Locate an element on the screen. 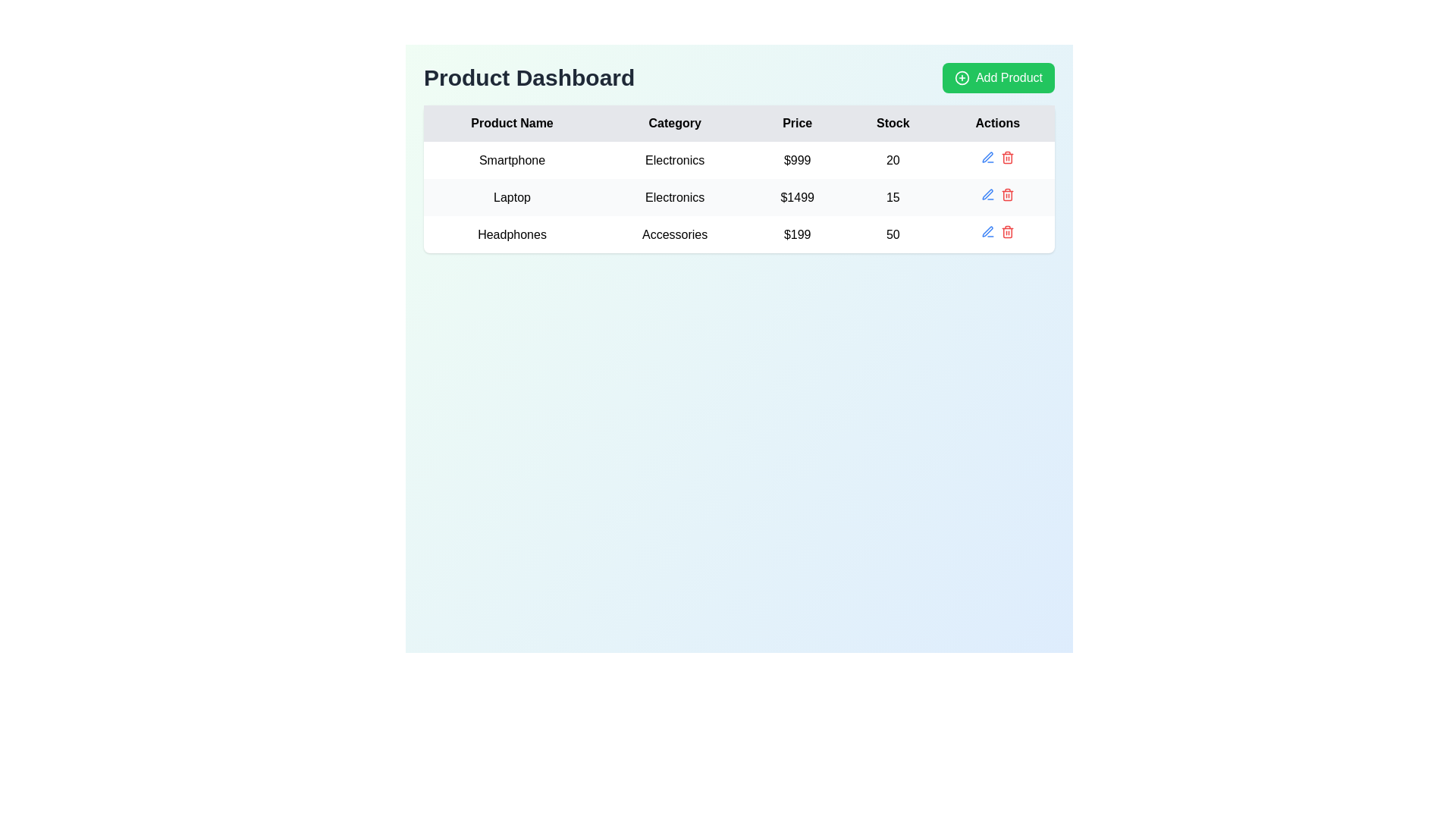 This screenshot has width=1456, height=819. the circular icon with a plus sign located inside the green button next to the 'Add Product' label is located at coordinates (961, 78).